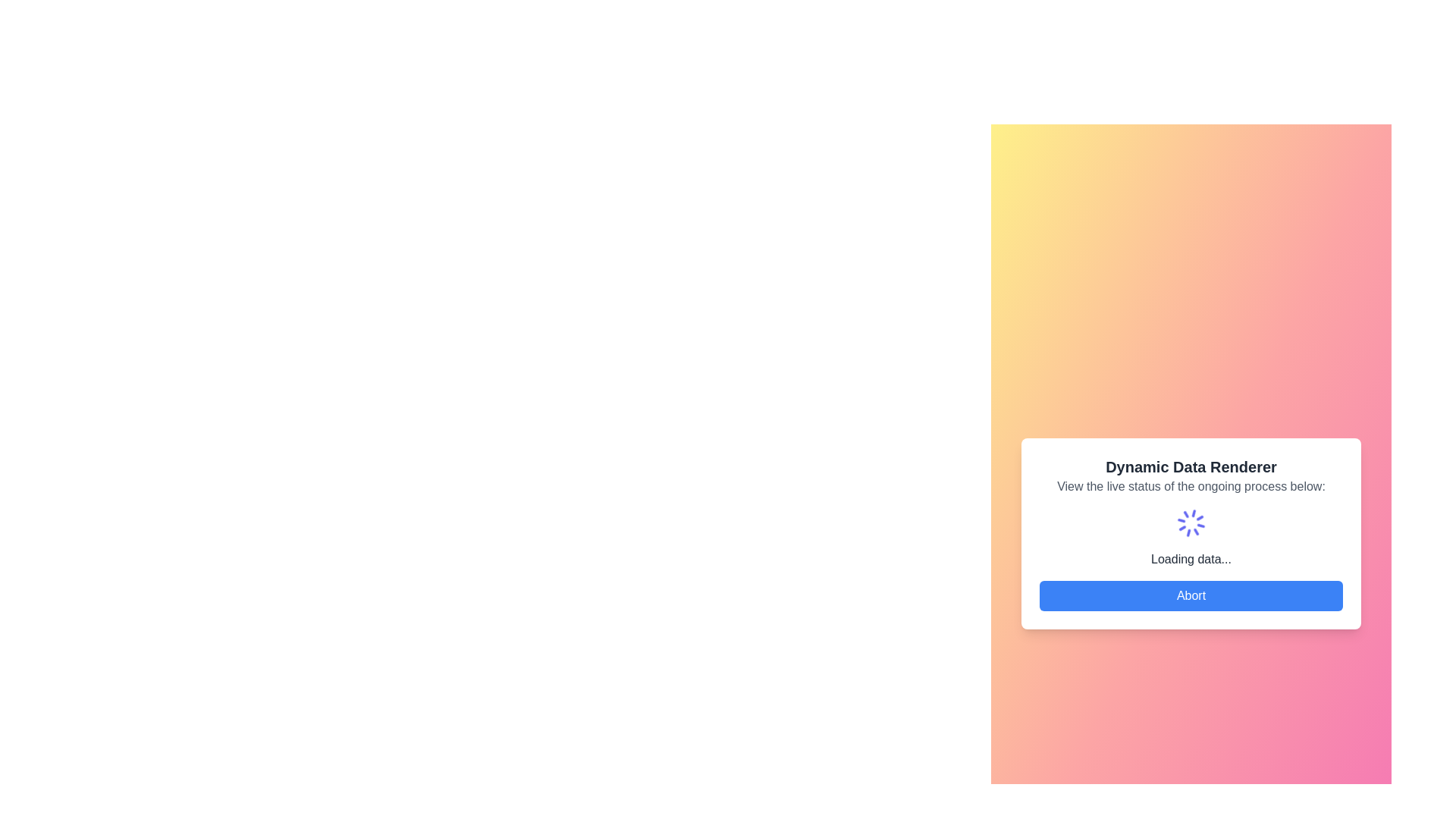 This screenshot has height=819, width=1456. I want to click on the circular, animated spinning loader icon with a purple color theme, located above the text 'Loading data...' in the modal dialog titled 'Dynamic Data Renderer', so click(1190, 522).